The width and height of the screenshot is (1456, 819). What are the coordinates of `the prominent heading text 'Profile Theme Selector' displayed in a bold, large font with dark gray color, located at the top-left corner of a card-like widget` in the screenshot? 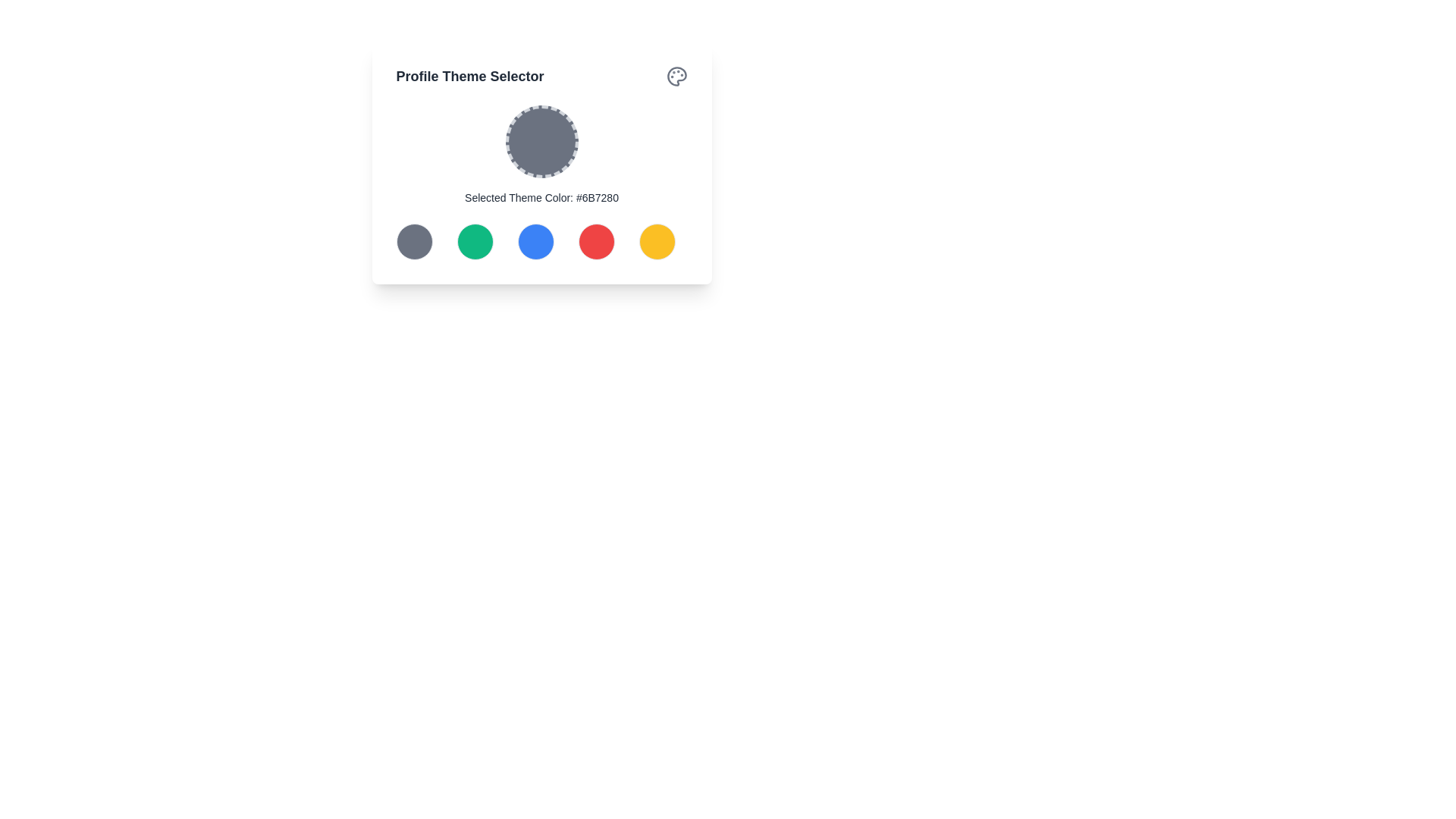 It's located at (469, 76).